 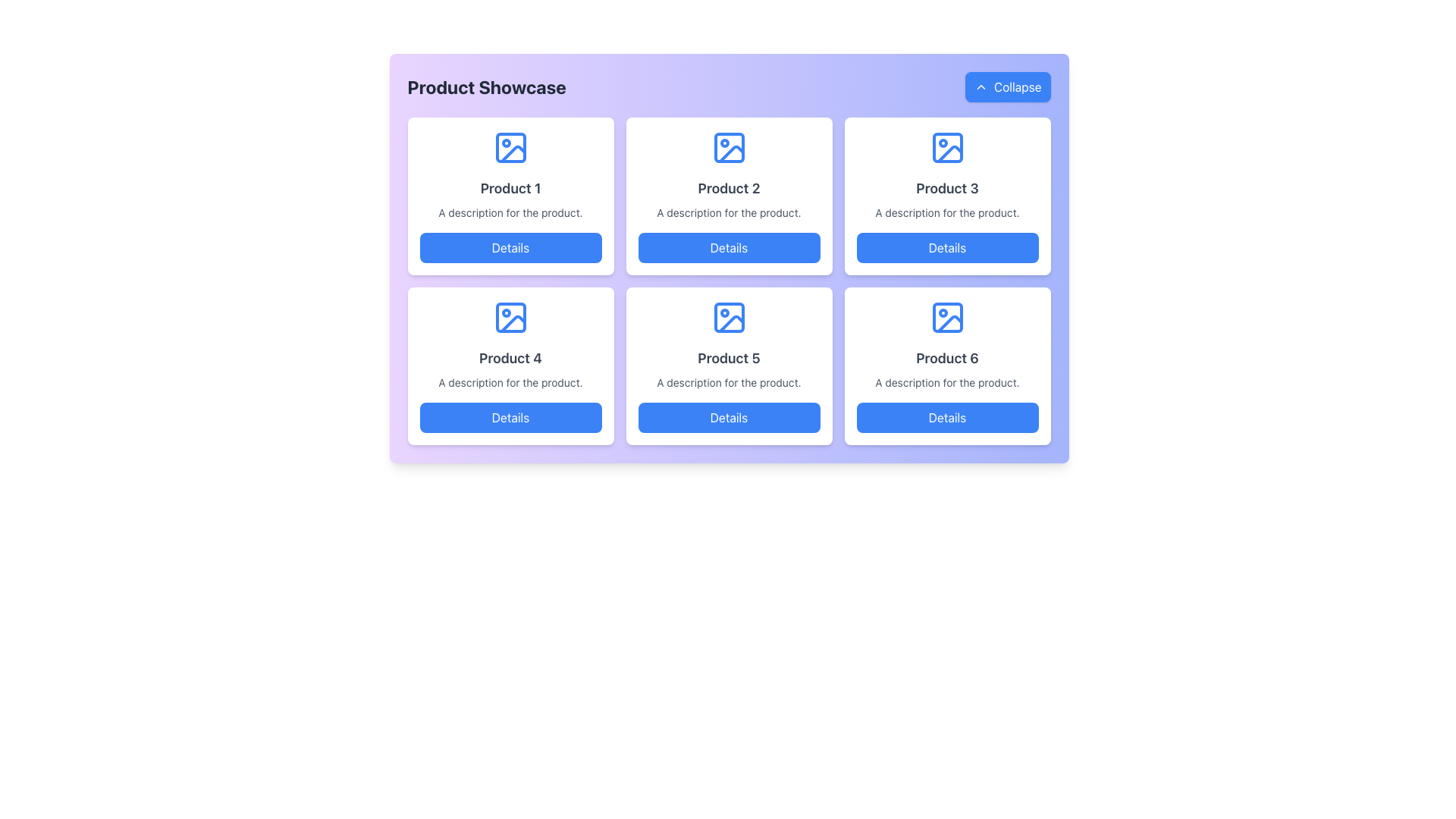 I want to click on the 'Details' button on the product display card located in the bottom-right corner of the grid layout, so click(x=946, y=366).